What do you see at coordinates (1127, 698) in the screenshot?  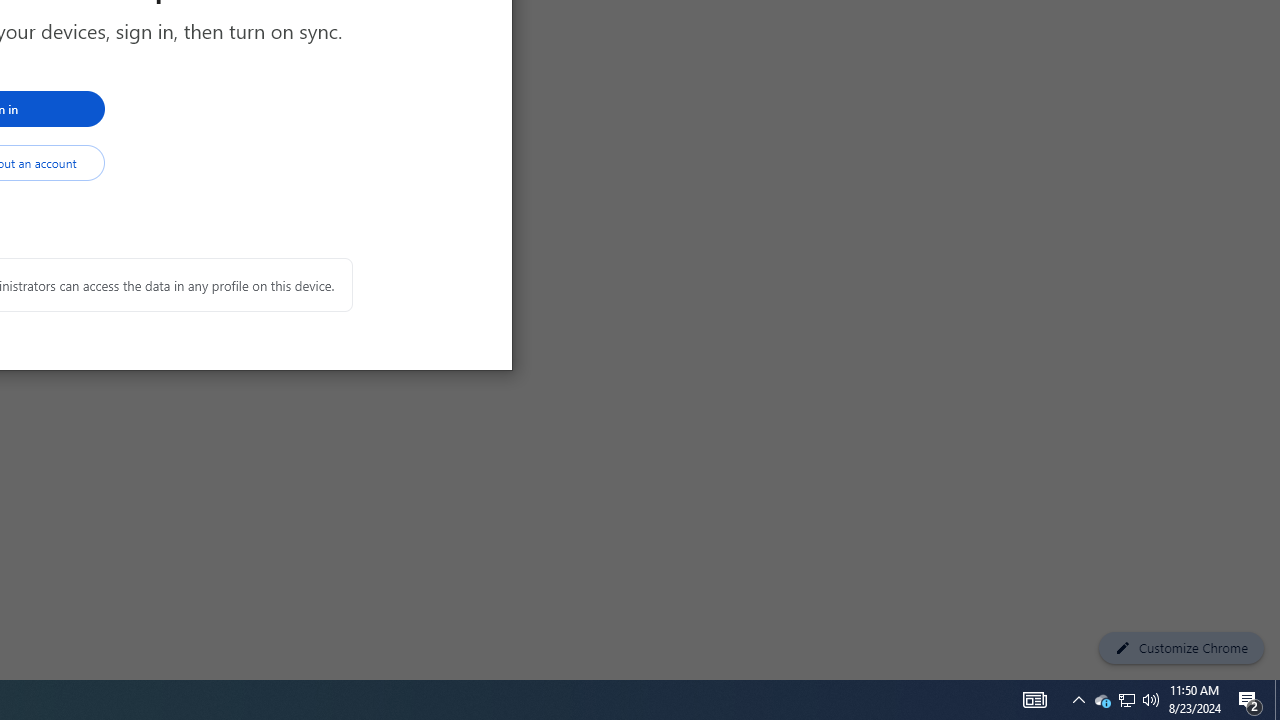 I see `'User Promoted Notification Area'` at bounding box center [1127, 698].